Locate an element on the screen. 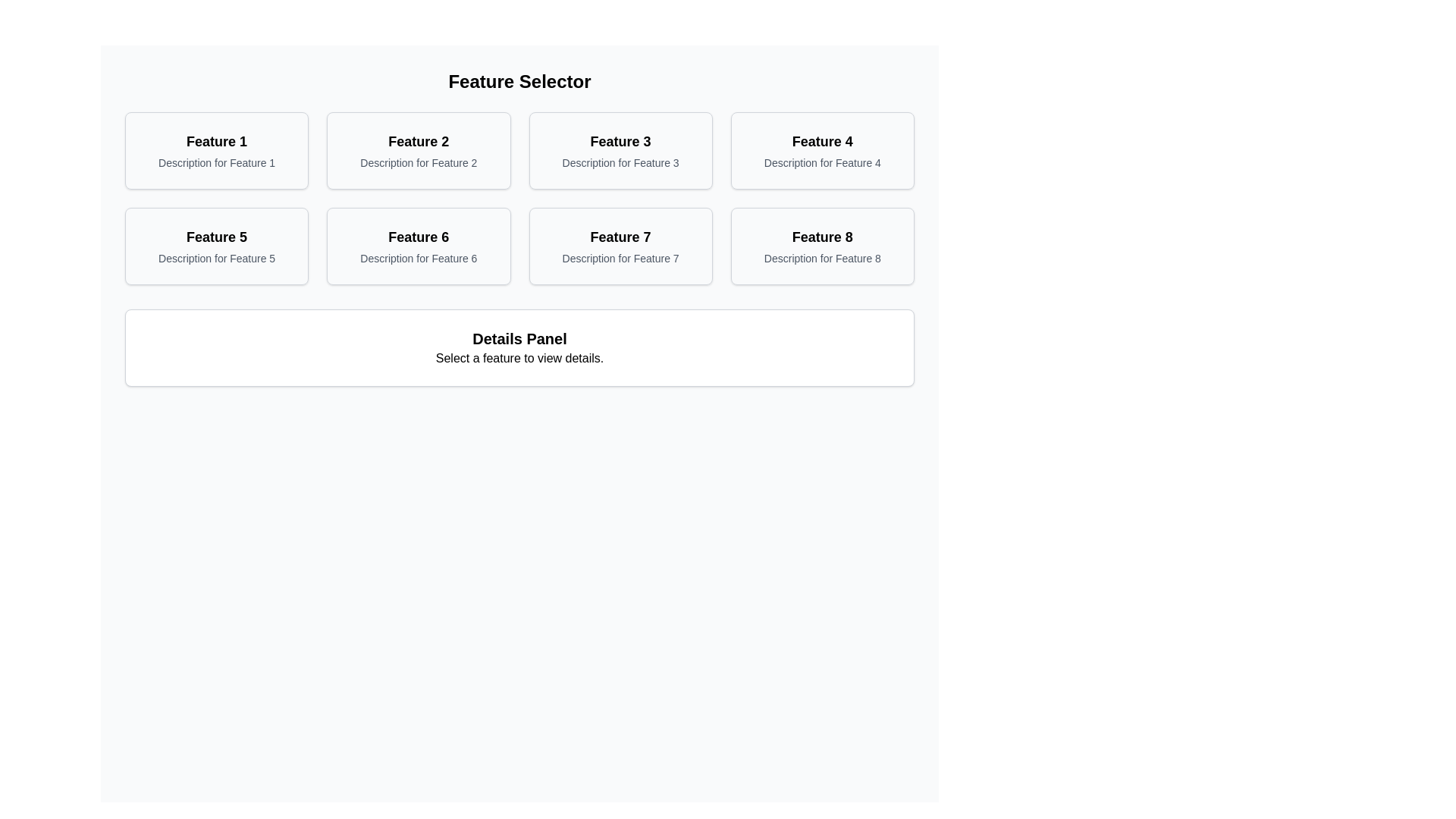 Image resolution: width=1456 pixels, height=819 pixels. the static text providing information related to 'Feature 4', which is located below the main heading and is centrally aligned within its box is located at coordinates (821, 163).